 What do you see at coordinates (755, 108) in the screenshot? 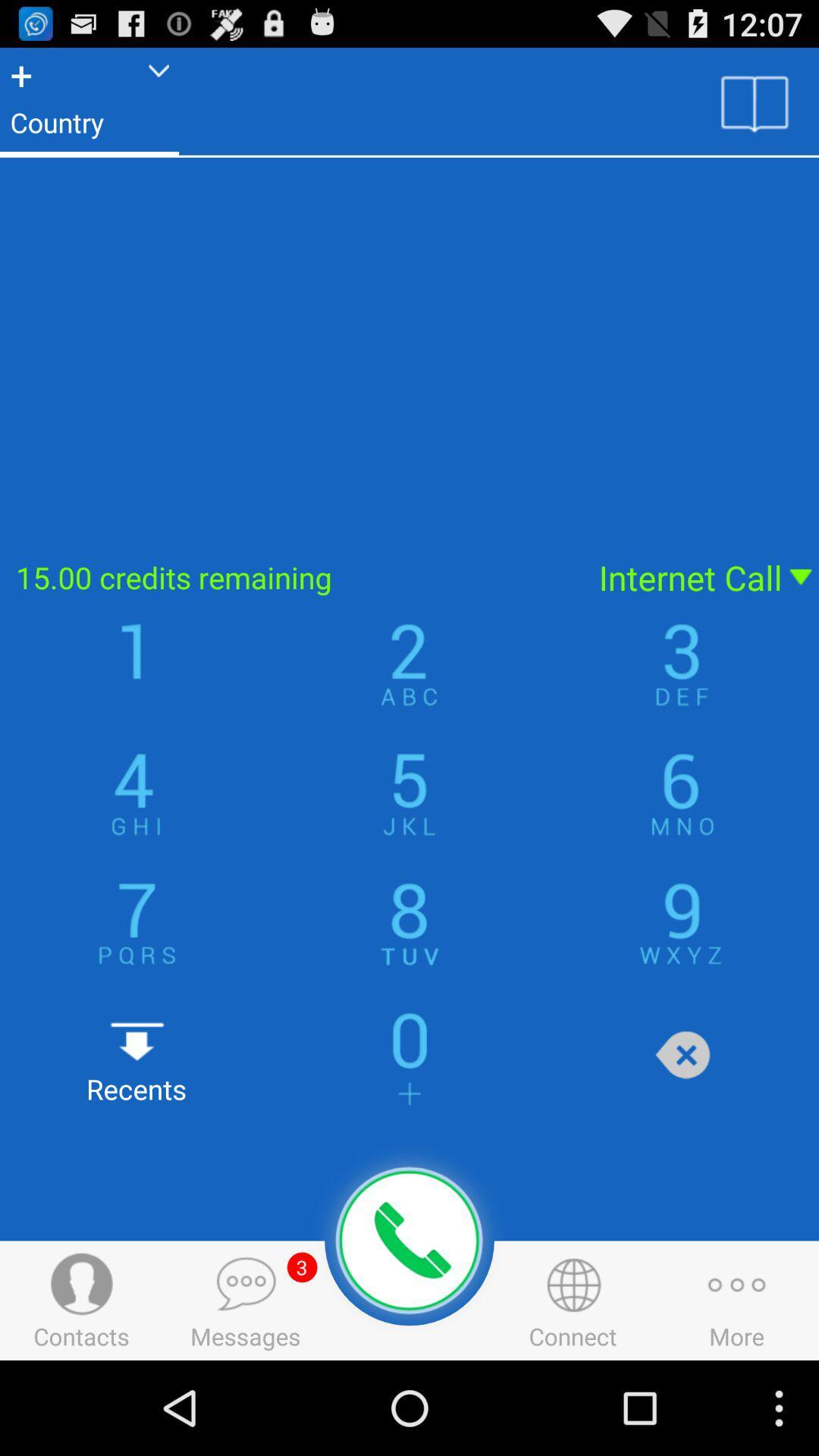
I see `the book icon` at bounding box center [755, 108].